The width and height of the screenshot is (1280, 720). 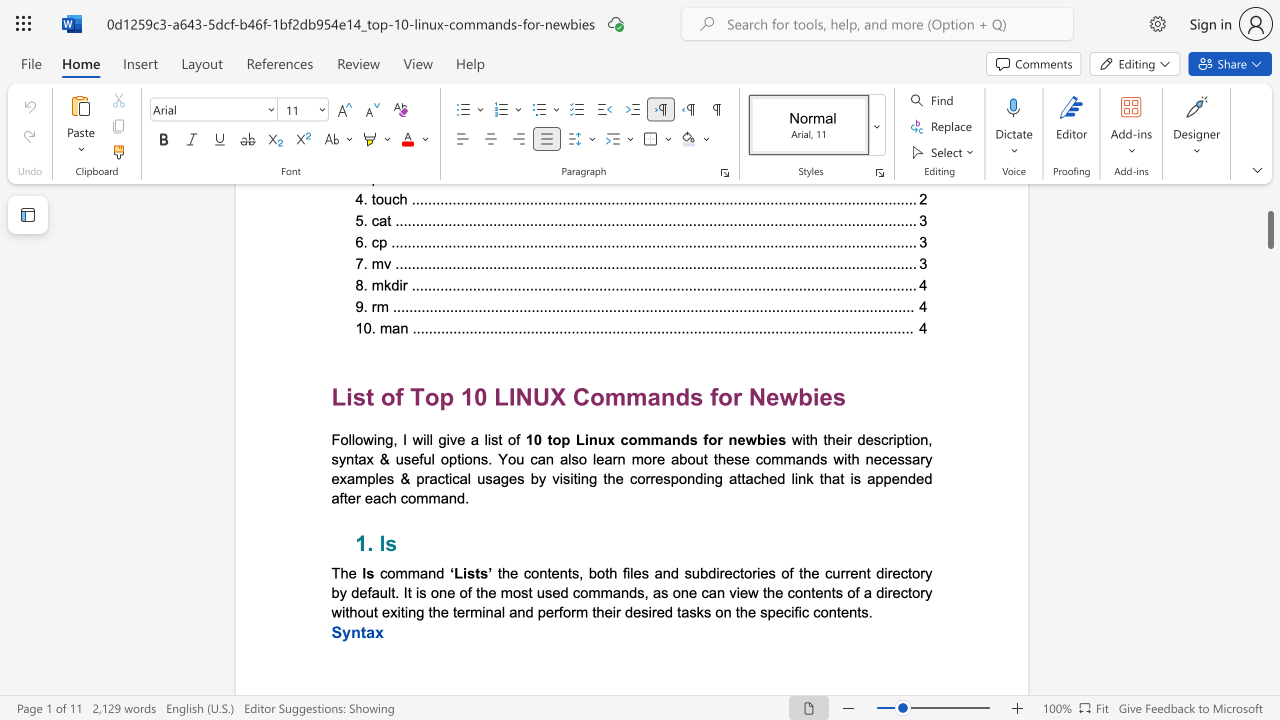 What do you see at coordinates (447, 497) in the screenshot?
I see `the subset text "nd" within the text "with their description, syntax & useful options. You can also learn more about these commands with necessary examples & practical usages by visiting the corresponding attached link that is appended after each command."` at bounding box center [447, 497].